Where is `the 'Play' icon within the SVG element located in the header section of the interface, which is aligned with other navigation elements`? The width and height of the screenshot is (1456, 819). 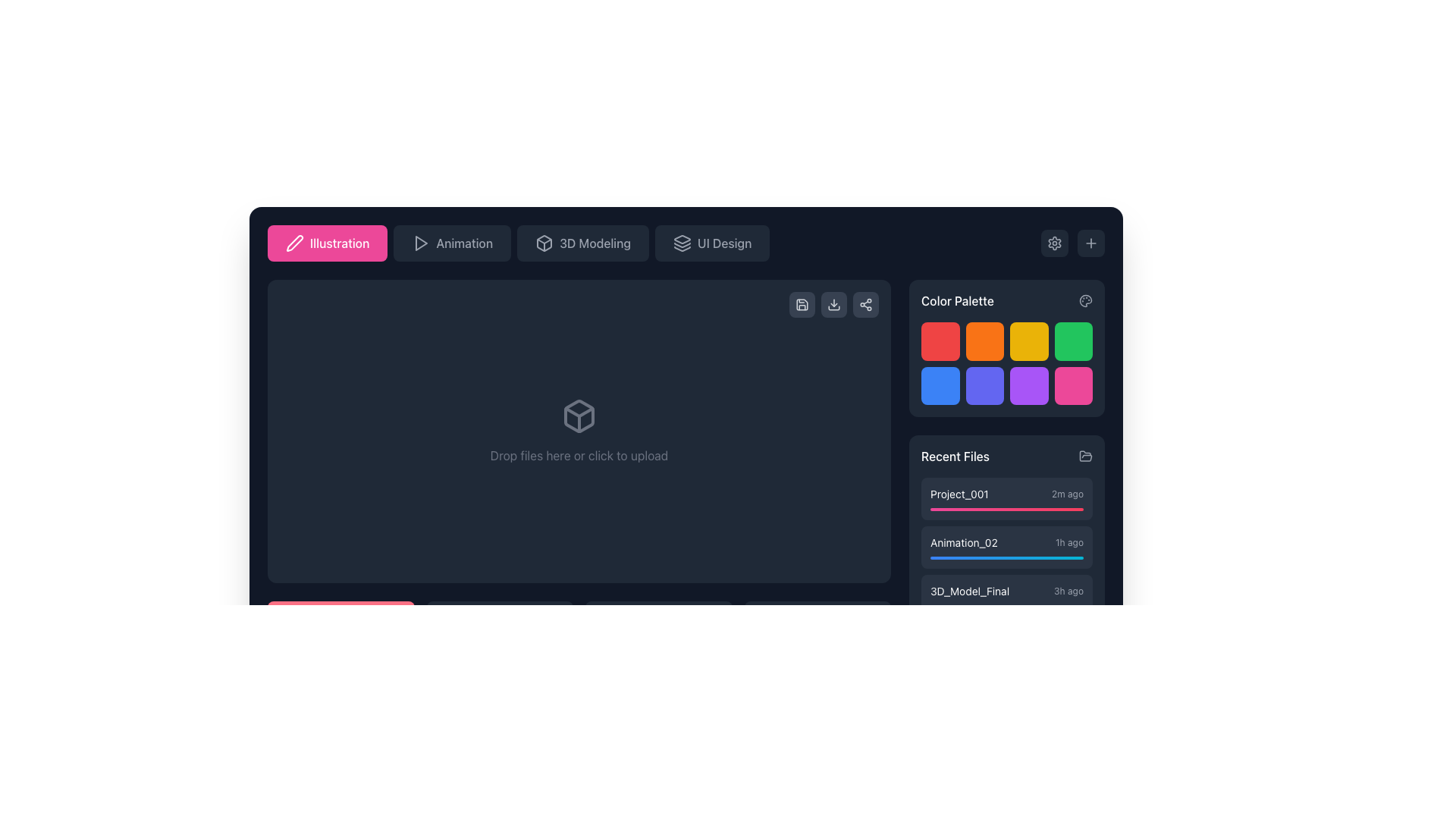 the 'Play' icon within the SVG element located in the header section of the interface, which is aligned with other navigation elements is located at coordinates (422, 242).